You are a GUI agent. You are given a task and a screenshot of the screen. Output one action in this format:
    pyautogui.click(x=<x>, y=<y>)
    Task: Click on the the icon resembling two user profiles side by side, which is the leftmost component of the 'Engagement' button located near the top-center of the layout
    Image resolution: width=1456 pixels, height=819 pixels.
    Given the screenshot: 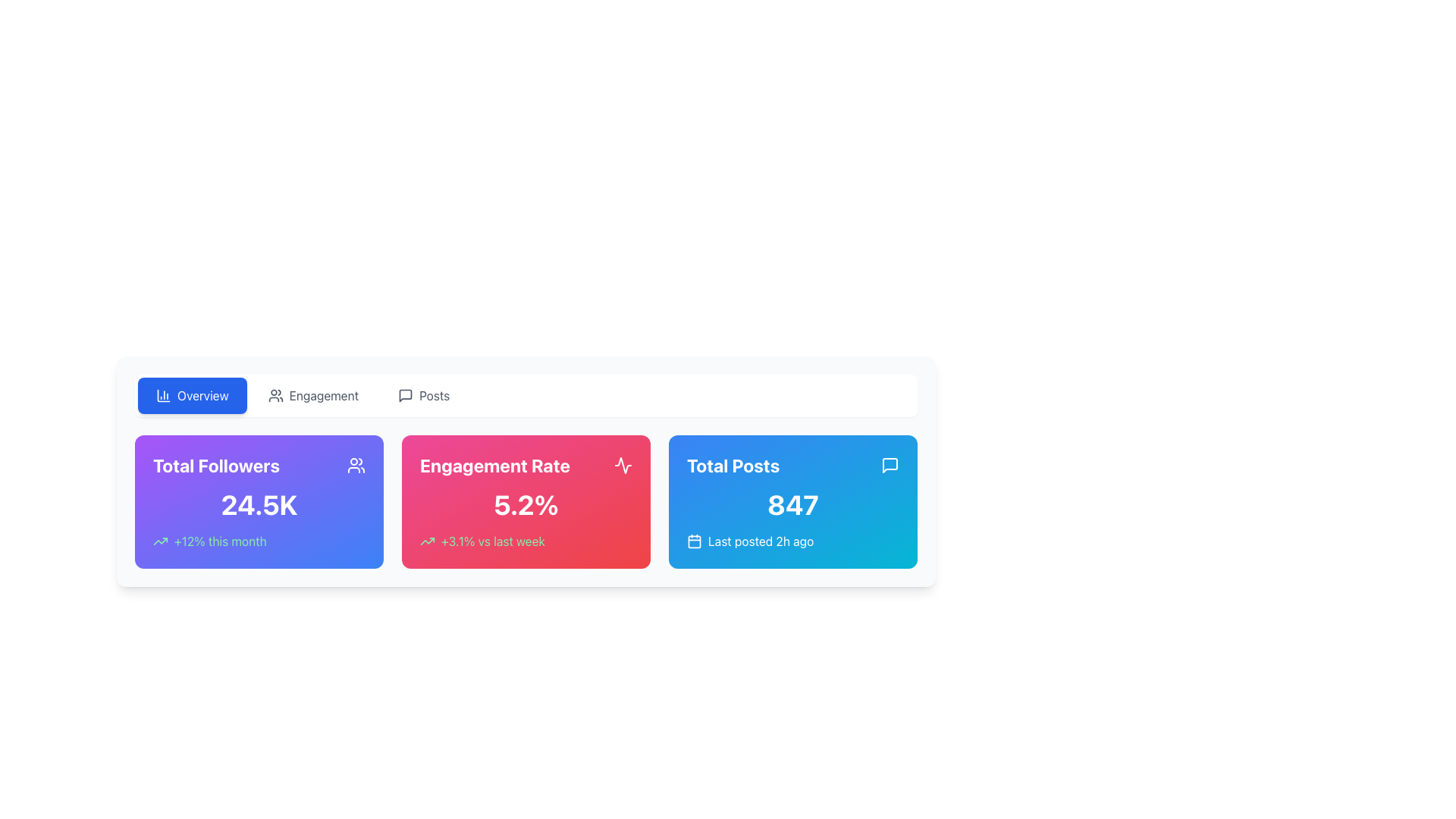 What is the action you would take?
    pyautogui.click(x=275, y=394)
    